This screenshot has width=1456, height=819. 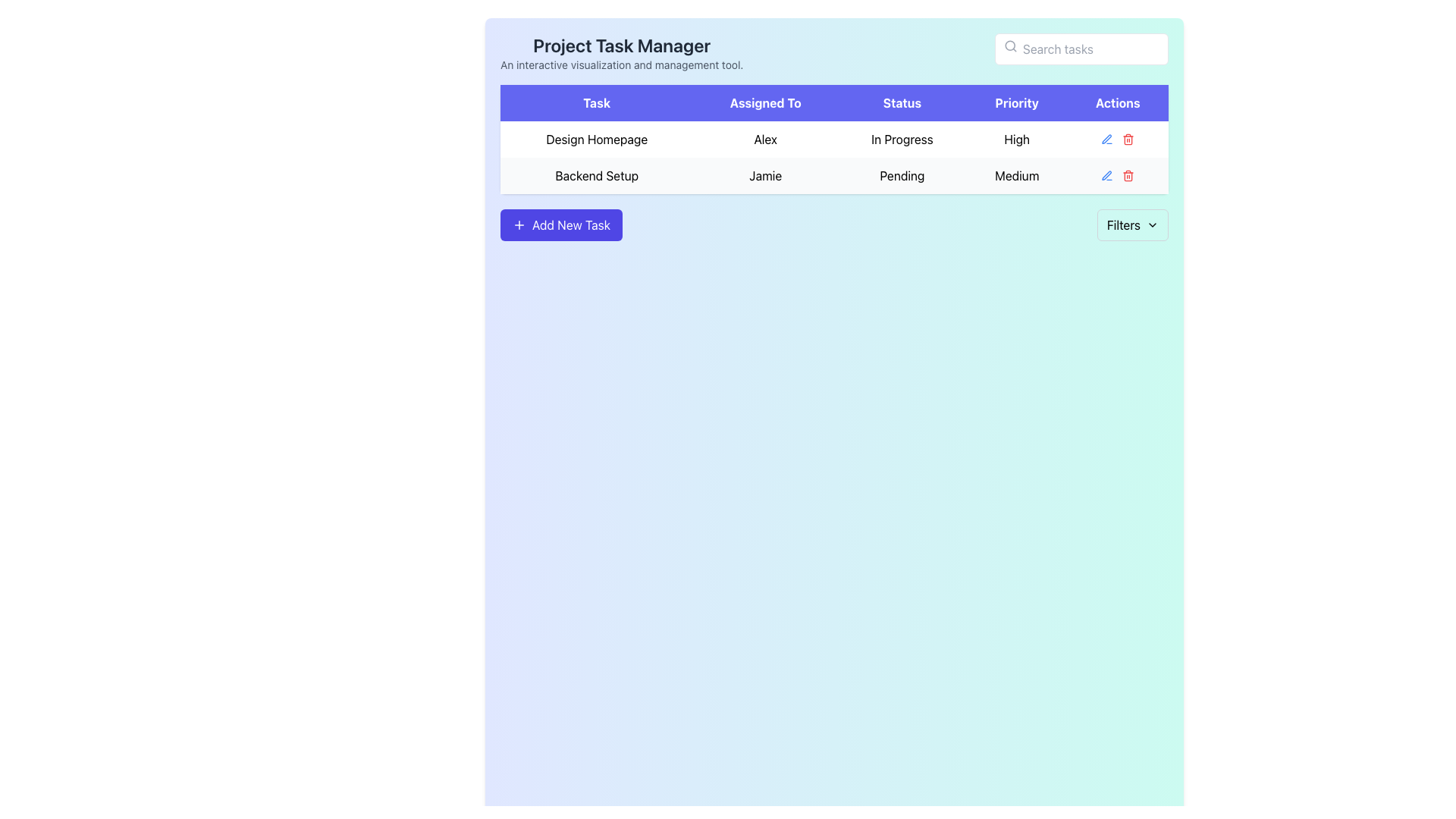 What do you see at coordinates (1106, 174) in the screenshot?
I see `the SVG-based pen icon for editing functions in the 'Actions' column of the 'Backend Setup' task row` at bounding box center [1106, 174].